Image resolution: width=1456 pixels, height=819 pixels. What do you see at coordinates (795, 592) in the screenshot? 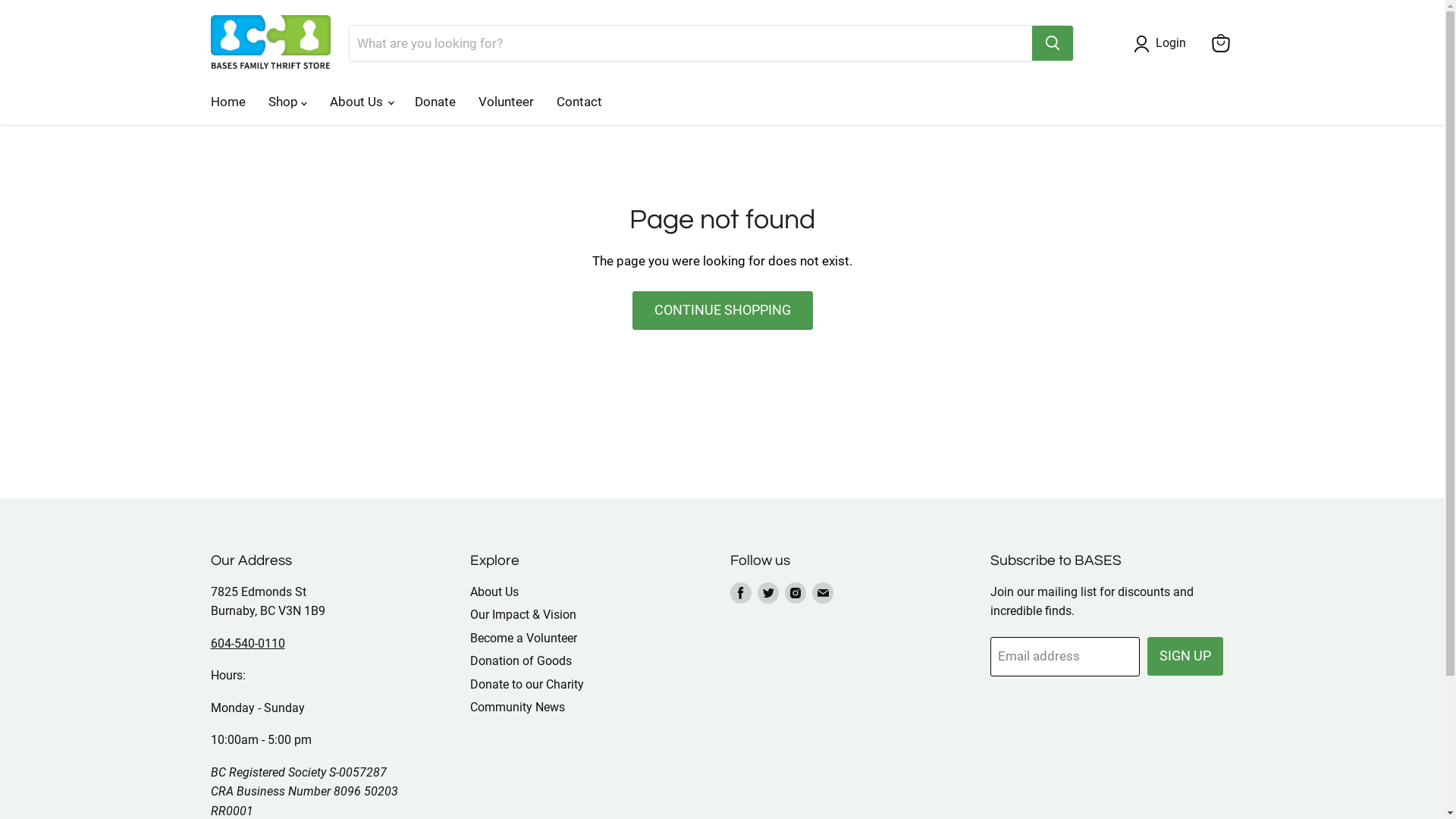
I see `'Find us on Instagram'` at bounding box center [795, 592].